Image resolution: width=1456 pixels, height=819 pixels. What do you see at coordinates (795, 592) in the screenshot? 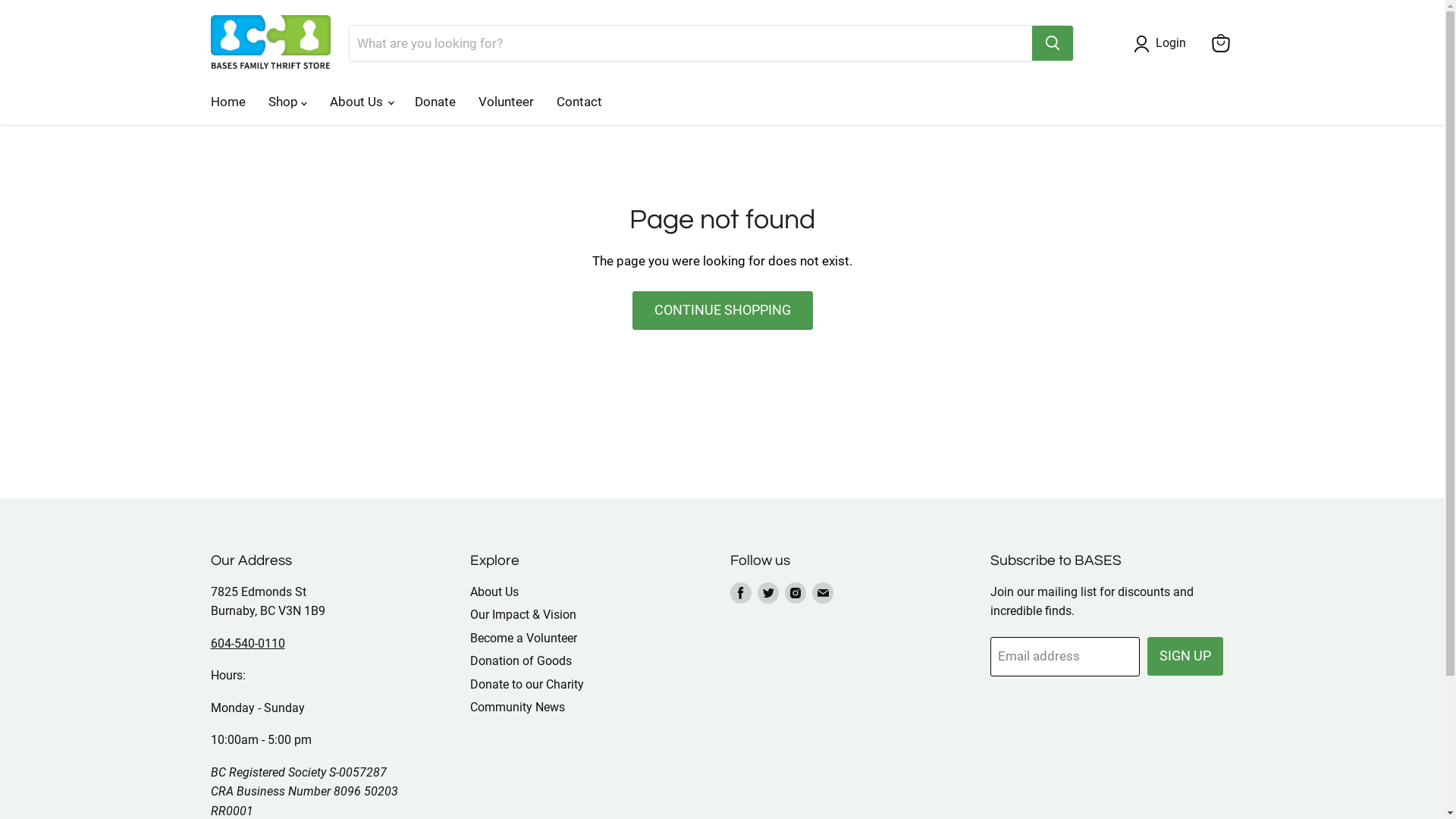
I see `'Find us on Instagram'` at bounding box center [795, 592].